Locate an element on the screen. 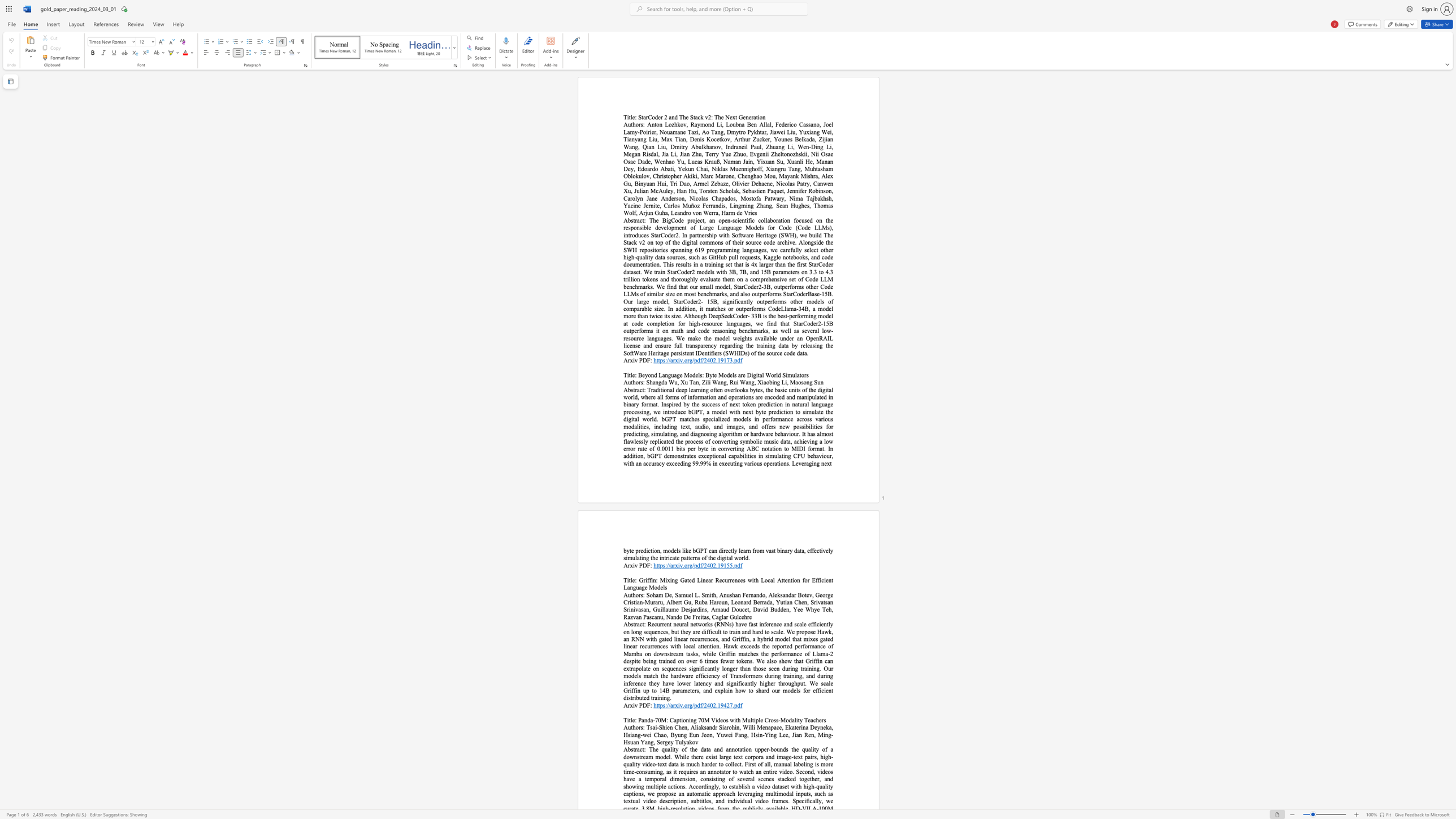 The height and width of the screenshot is (819, 1456). the subset text "ula" within the text "Beyond Language Models: Byte Models are Digital World Simulators" is located at coordinates (792, 375).